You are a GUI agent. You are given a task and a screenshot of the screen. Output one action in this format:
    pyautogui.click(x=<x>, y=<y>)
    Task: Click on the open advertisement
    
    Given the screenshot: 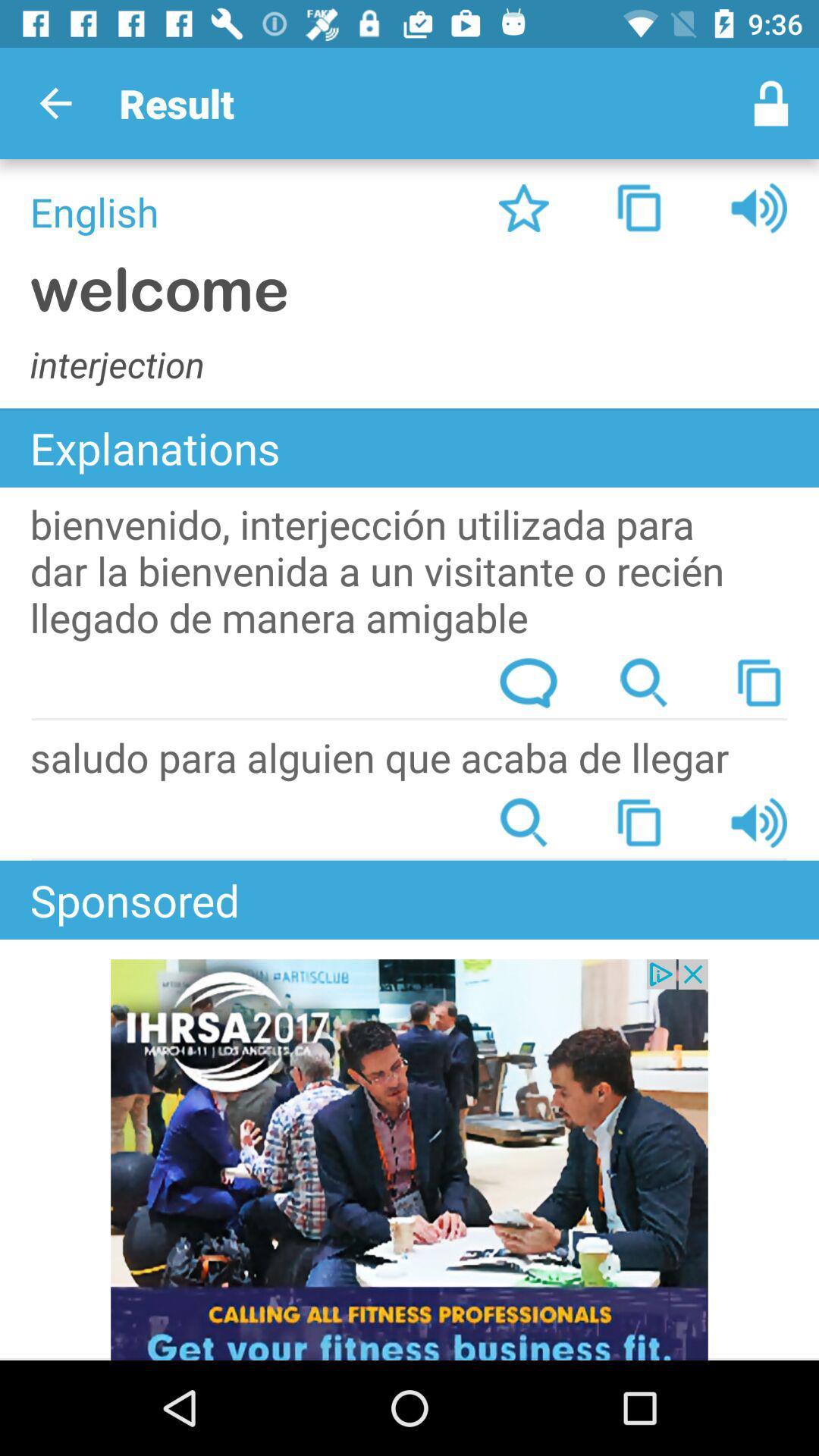 What is the action you would take?
    pyautogui.click(x=409, y=1159)
    